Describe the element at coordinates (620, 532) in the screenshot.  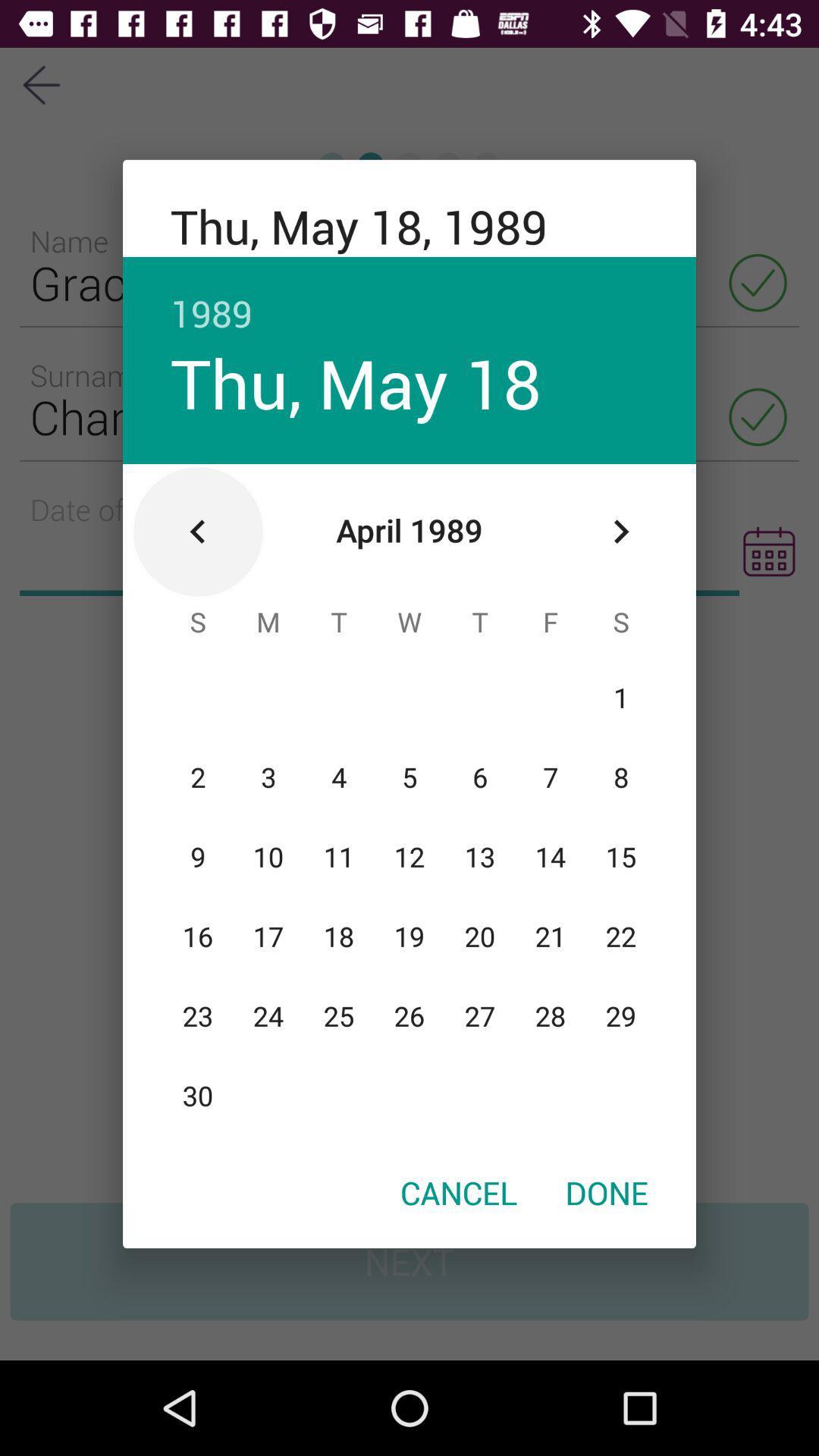
I see `the icon below the 1989 item` at that location.